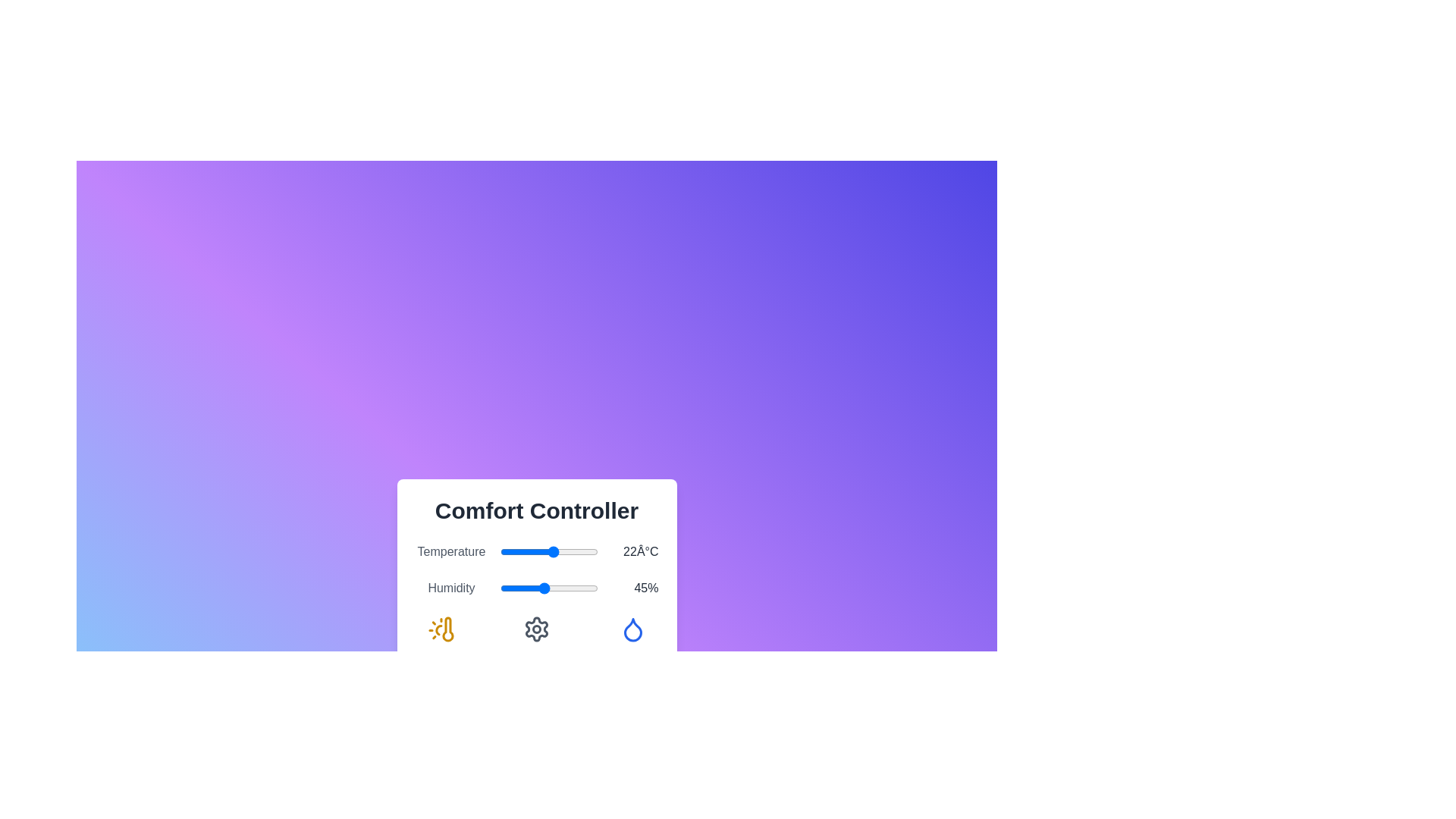 This screenshot has width=1456, height=819. What do you see at coordinates (573, 552) in the screenshot?
I see `the temperature slider to set the temperature to 30°C` at bounding box center [573, 552].